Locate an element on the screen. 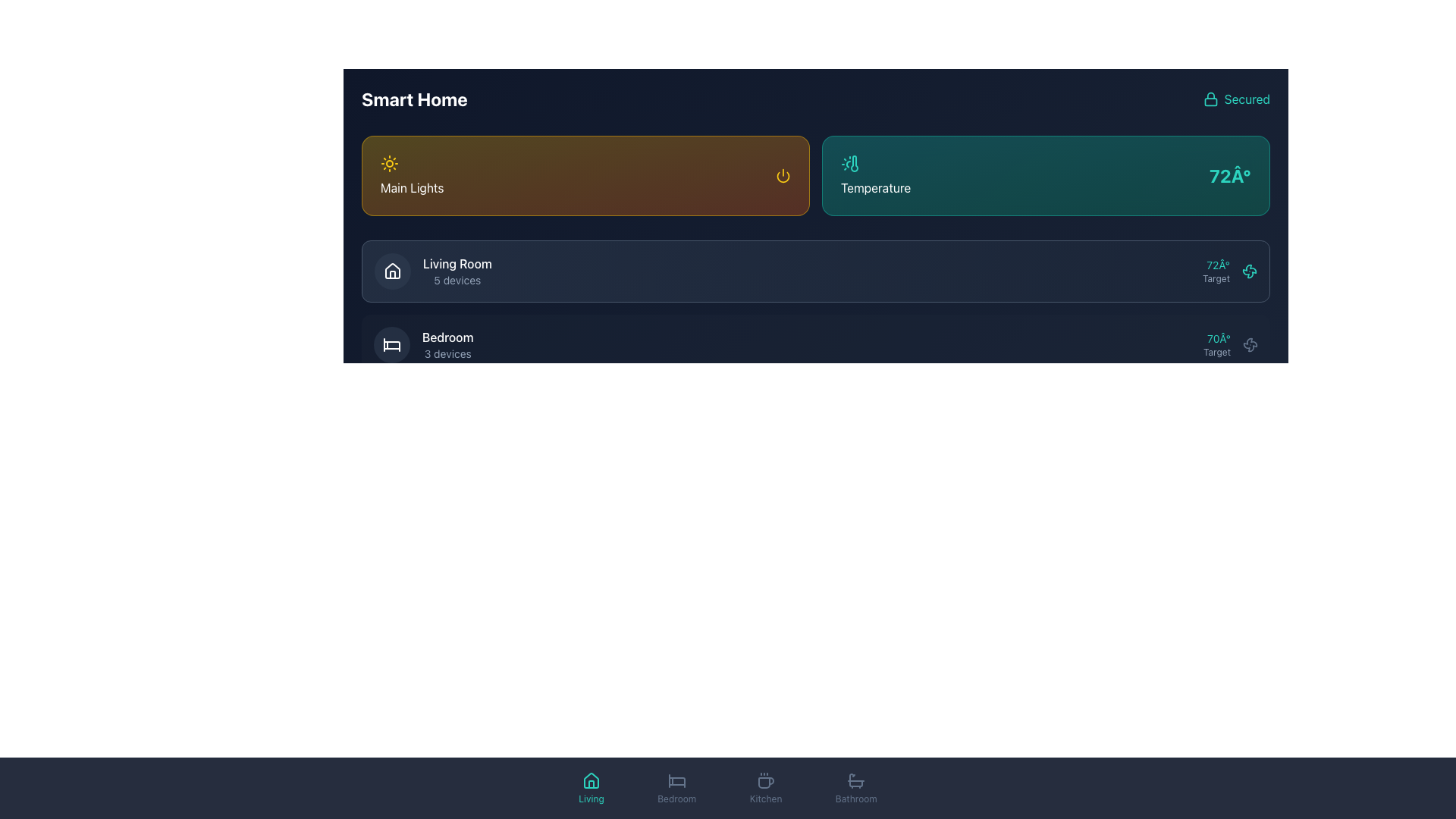 Image resolution: width=1456 pixels, height=819 pixels. the coffee cup icon in the bottom menu bar, which is the third slot from the left is located at coordinates (766, 780).